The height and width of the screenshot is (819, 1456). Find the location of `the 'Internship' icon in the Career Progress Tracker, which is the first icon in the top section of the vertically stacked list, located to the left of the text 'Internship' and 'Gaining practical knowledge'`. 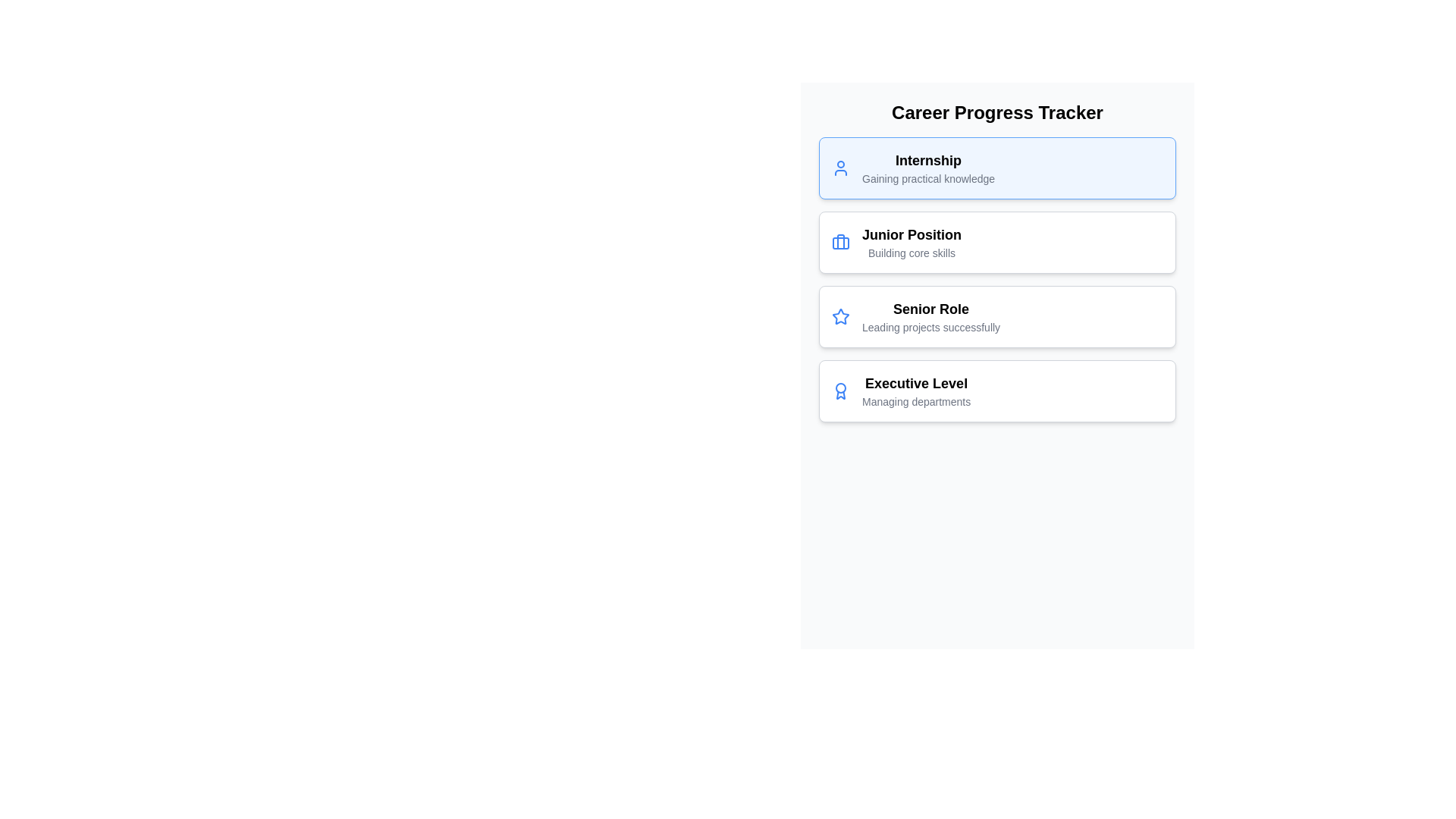

the 'Internship' icon in the Career Progress Tracker, which is the first icon in the top section of the vertically stacked list, located to the left of the text 'Internship' and 'Gaining practical knowledge' is located at coordinates (839, 168).